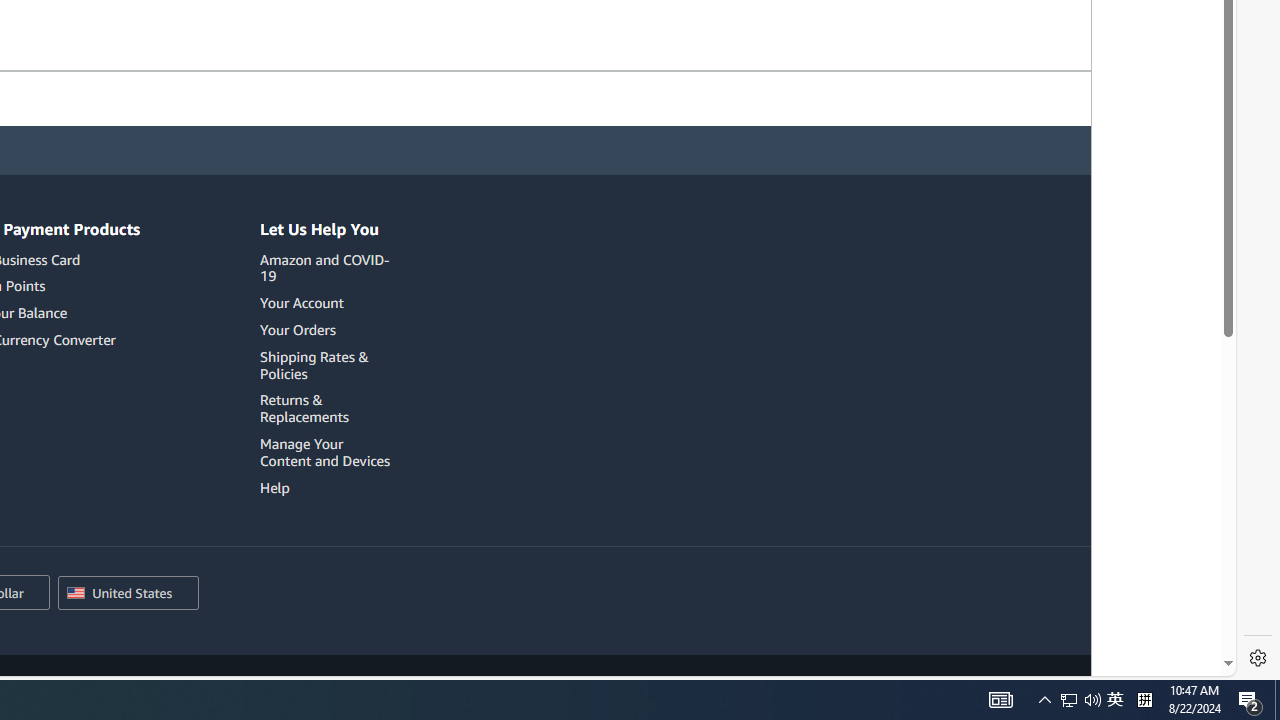 The height and width of the screenshot is (720, 1280). What do you see at coordinates (325, 266) in the screenshot?
I see `'Amazon and COVID-19'` at bounding box center [325, 266].